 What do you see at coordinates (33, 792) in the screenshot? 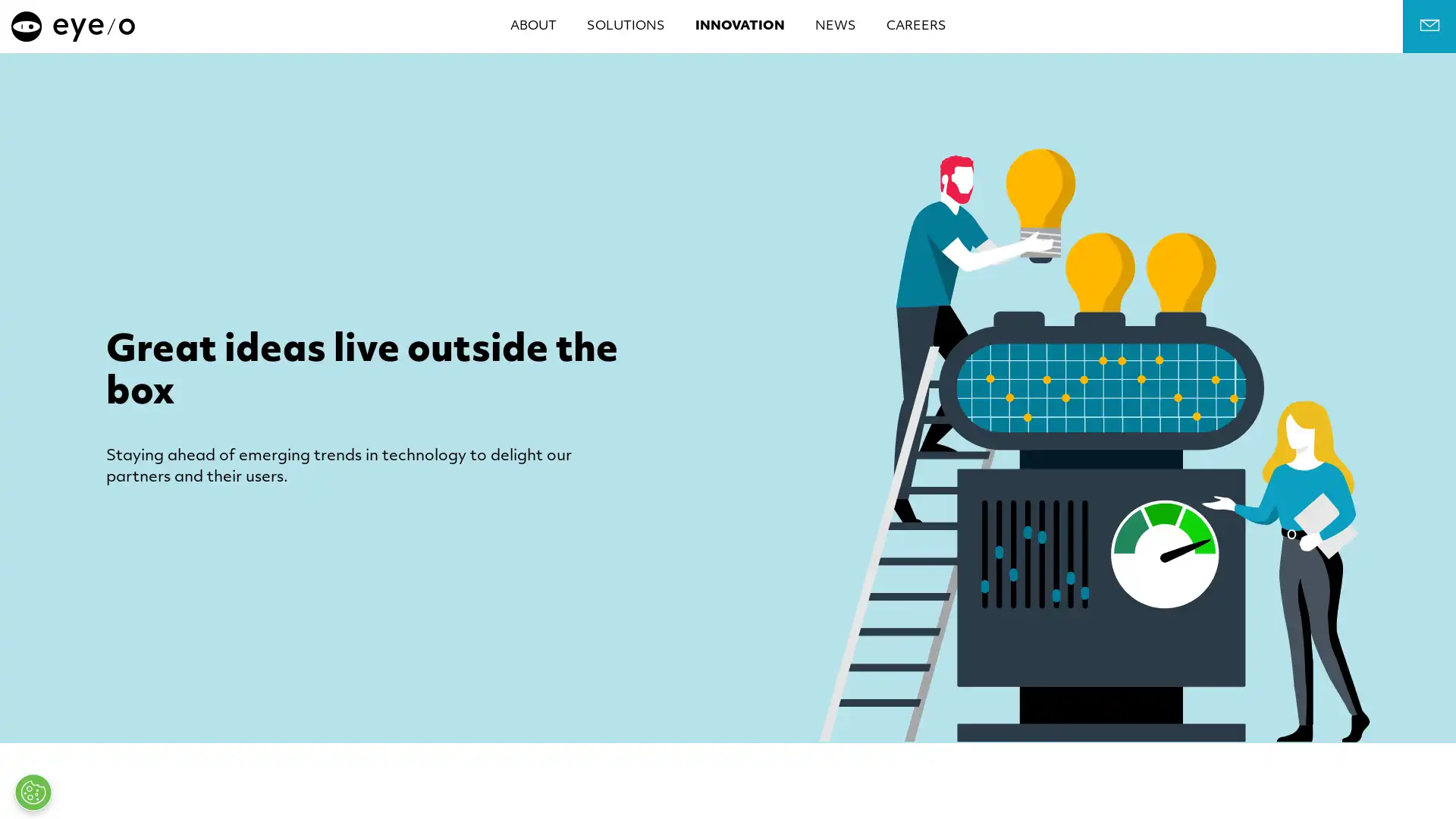
I see `Open Preferences` at bounding box center [33, 792].